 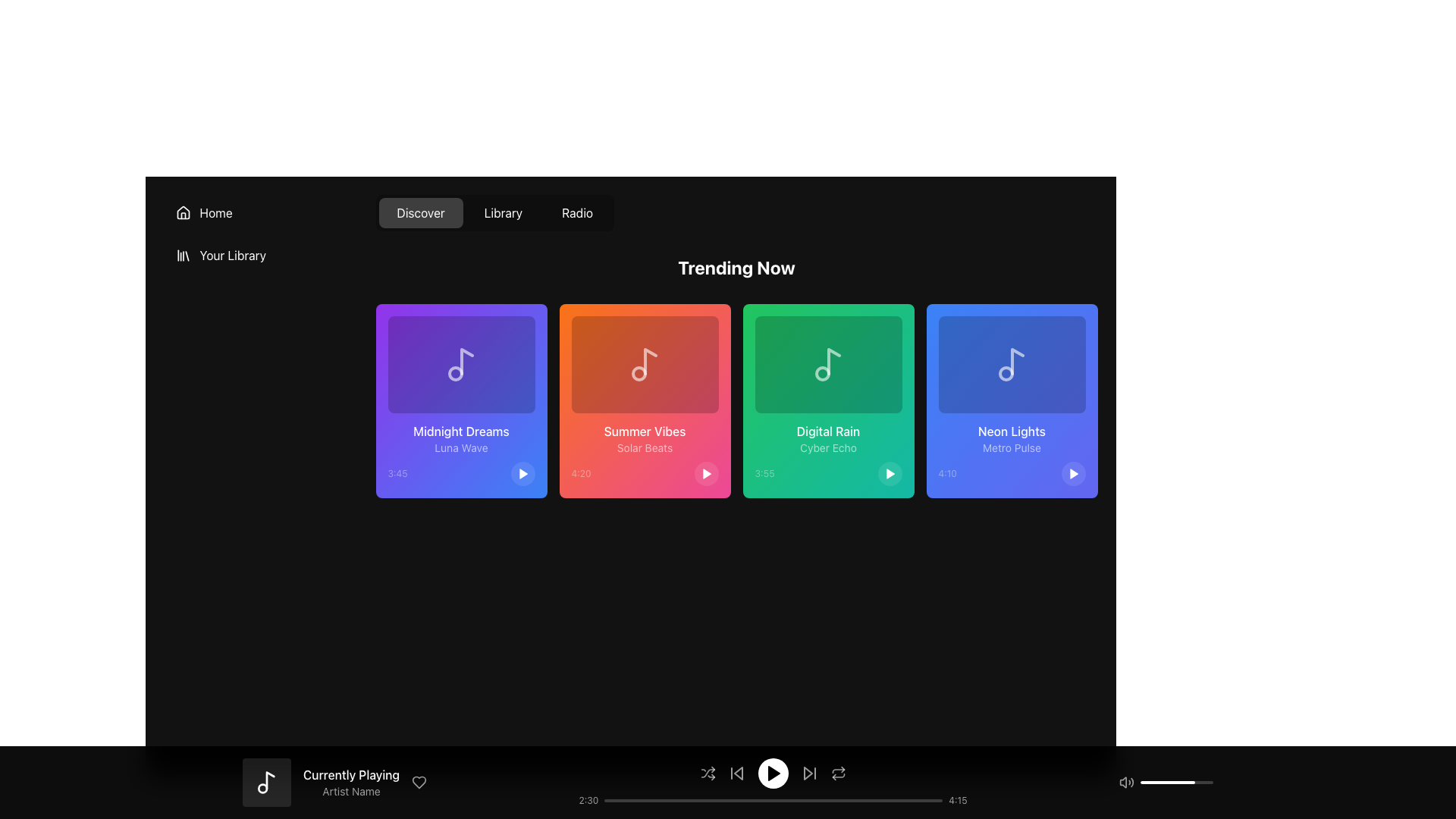 I want to click on the library icon located to the left of the 'Your Library' text in the navigation sidebar, so click(x=182, y=254).